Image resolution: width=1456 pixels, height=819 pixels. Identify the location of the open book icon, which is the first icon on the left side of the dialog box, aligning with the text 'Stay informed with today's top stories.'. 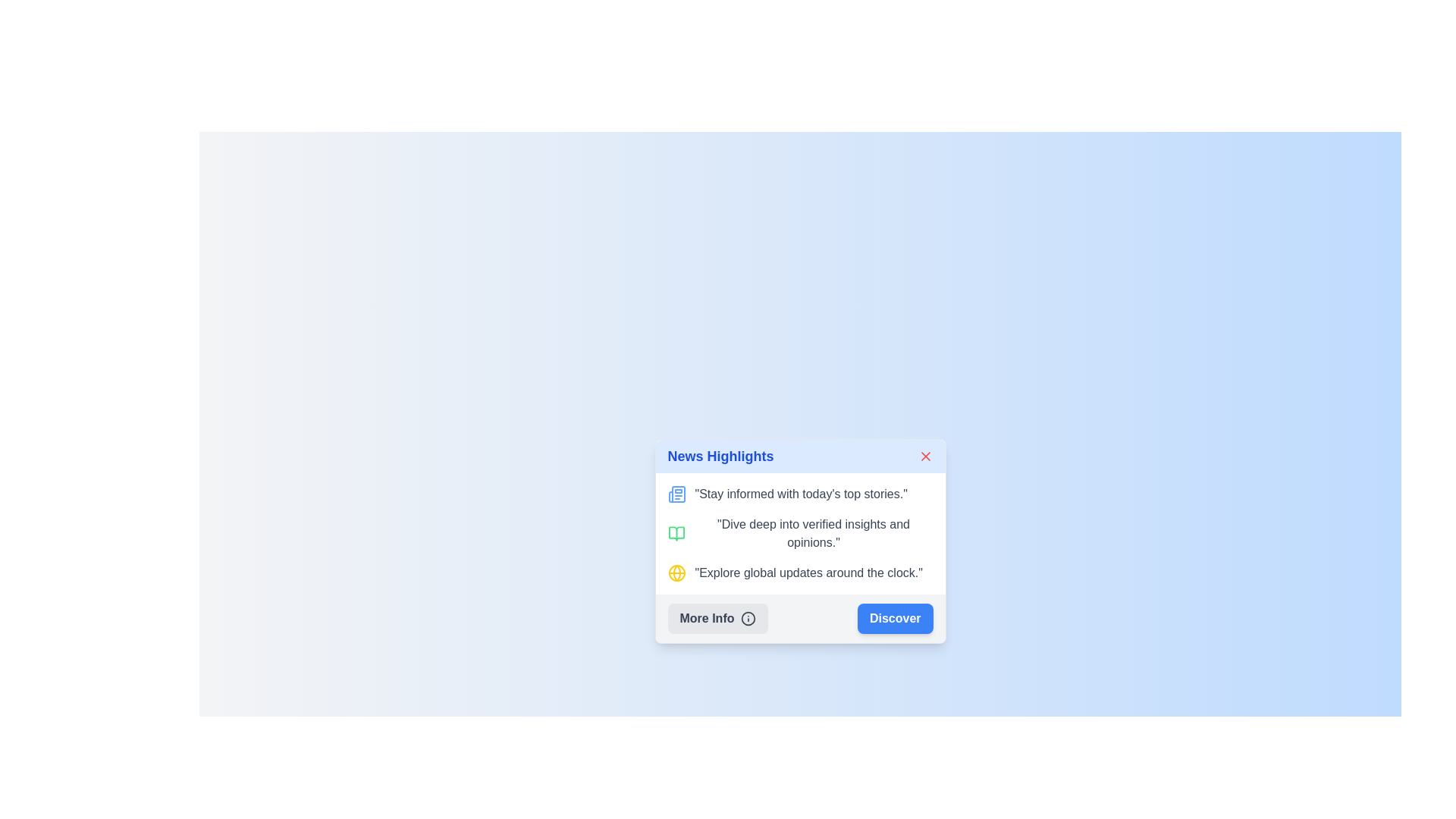
(676, 533).